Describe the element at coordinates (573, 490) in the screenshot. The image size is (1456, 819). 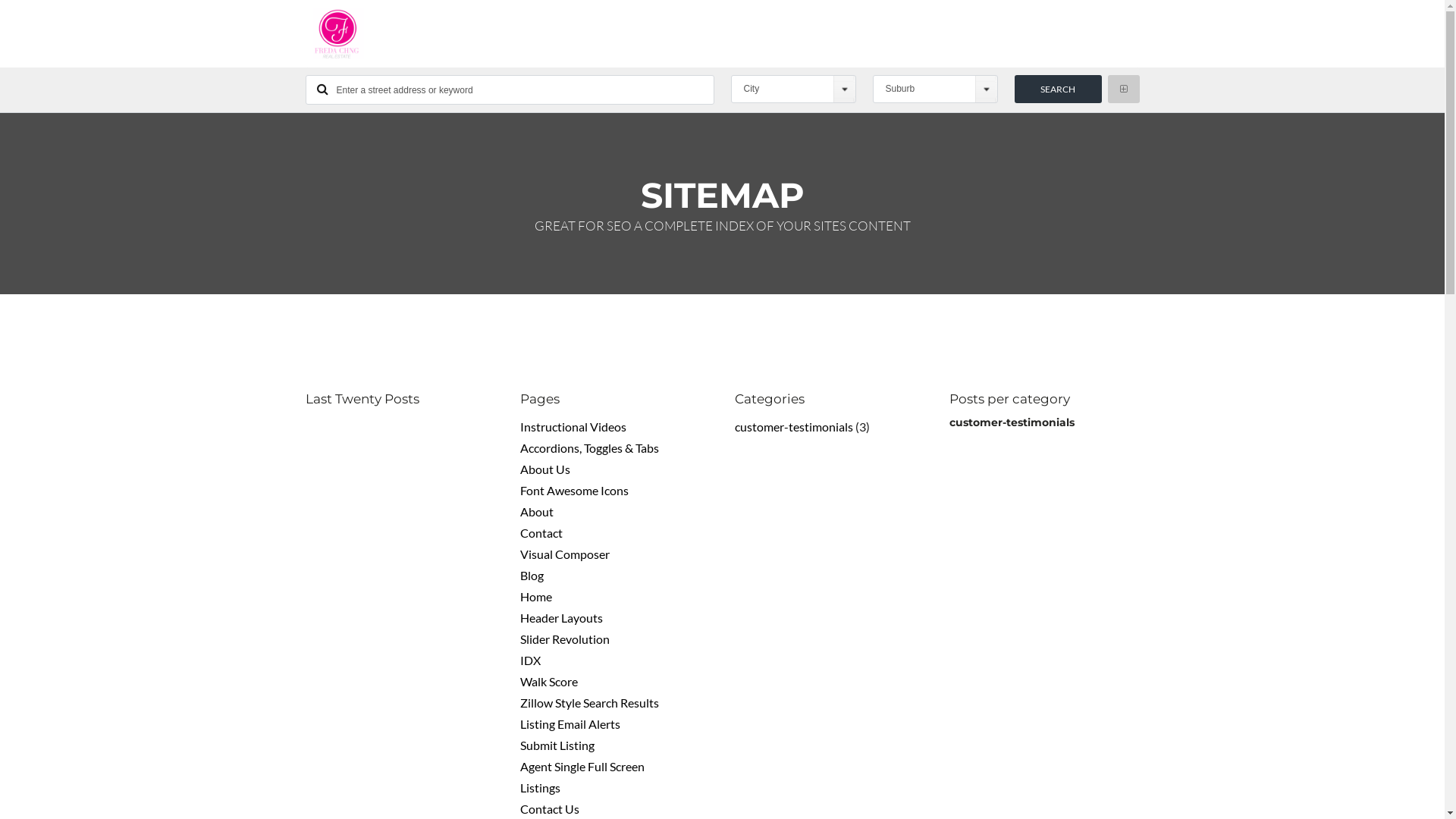
I see `'Font Awesome Icons'` at that location.